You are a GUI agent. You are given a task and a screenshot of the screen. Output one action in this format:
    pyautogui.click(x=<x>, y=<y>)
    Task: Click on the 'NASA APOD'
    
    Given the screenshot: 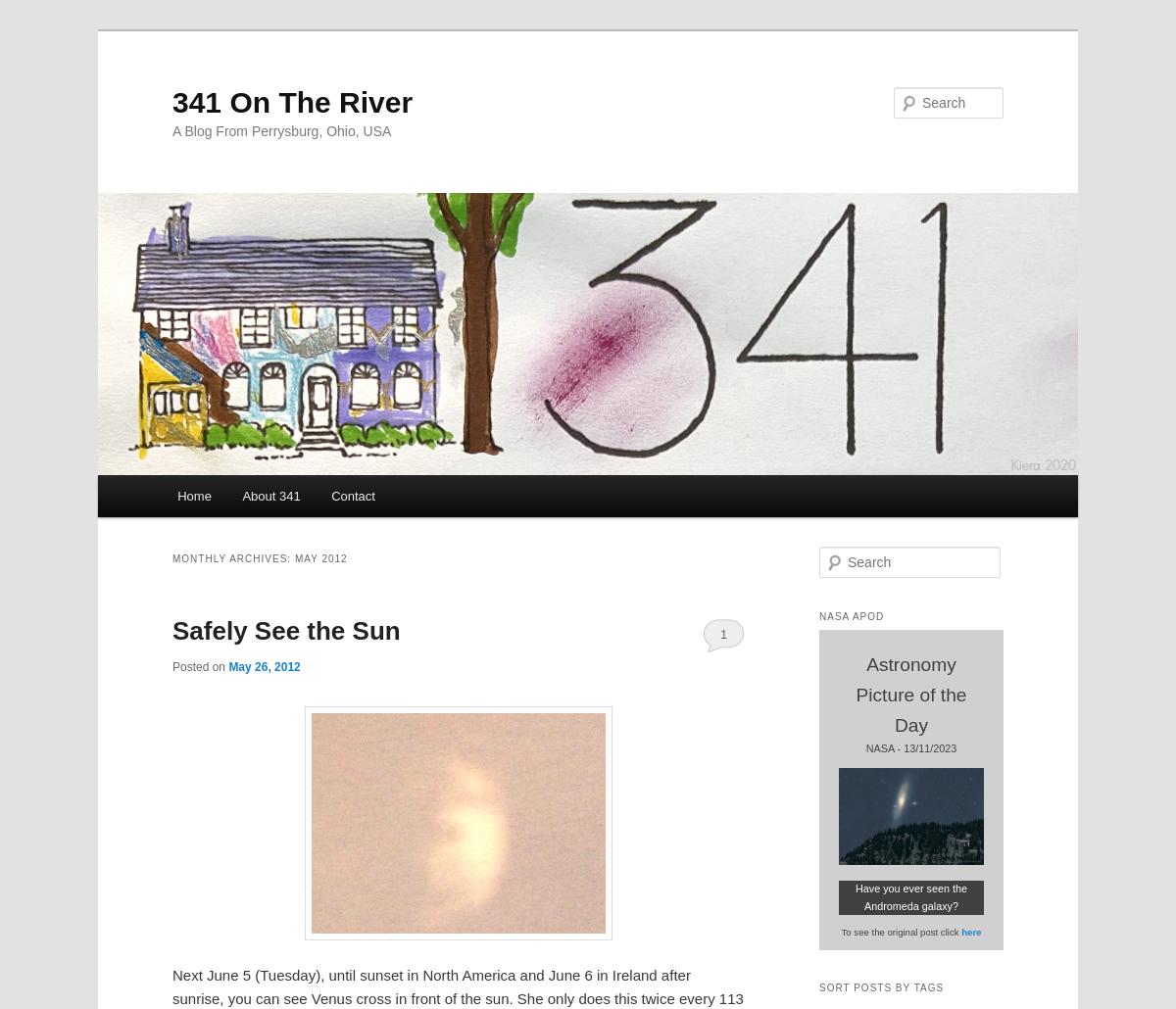 What is the action you would take?
    pyautogui.click(x=851, y=614)
    